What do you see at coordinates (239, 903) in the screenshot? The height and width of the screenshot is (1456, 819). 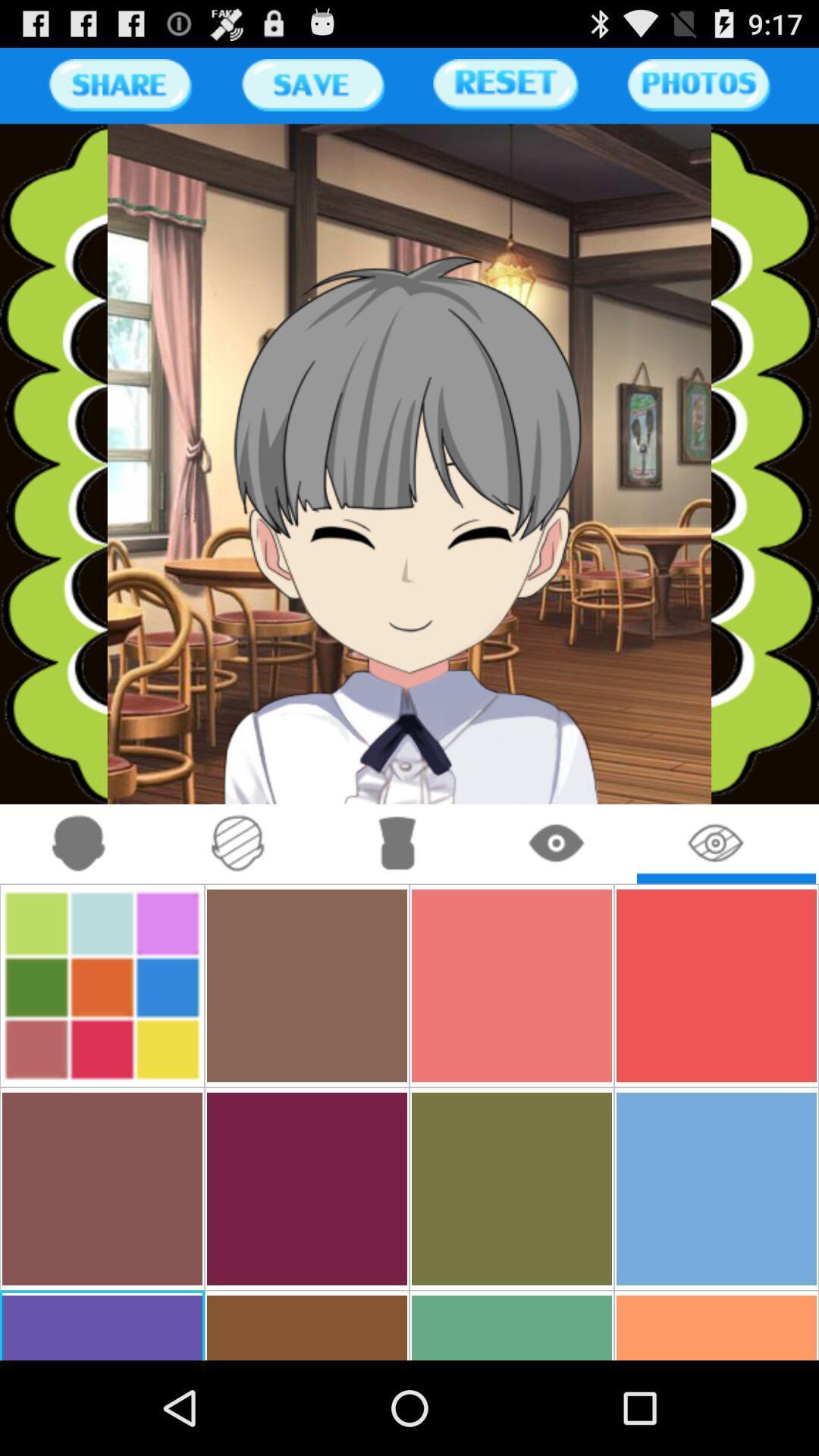 I see `the attach_file icon` at bounding box center [239, 903].